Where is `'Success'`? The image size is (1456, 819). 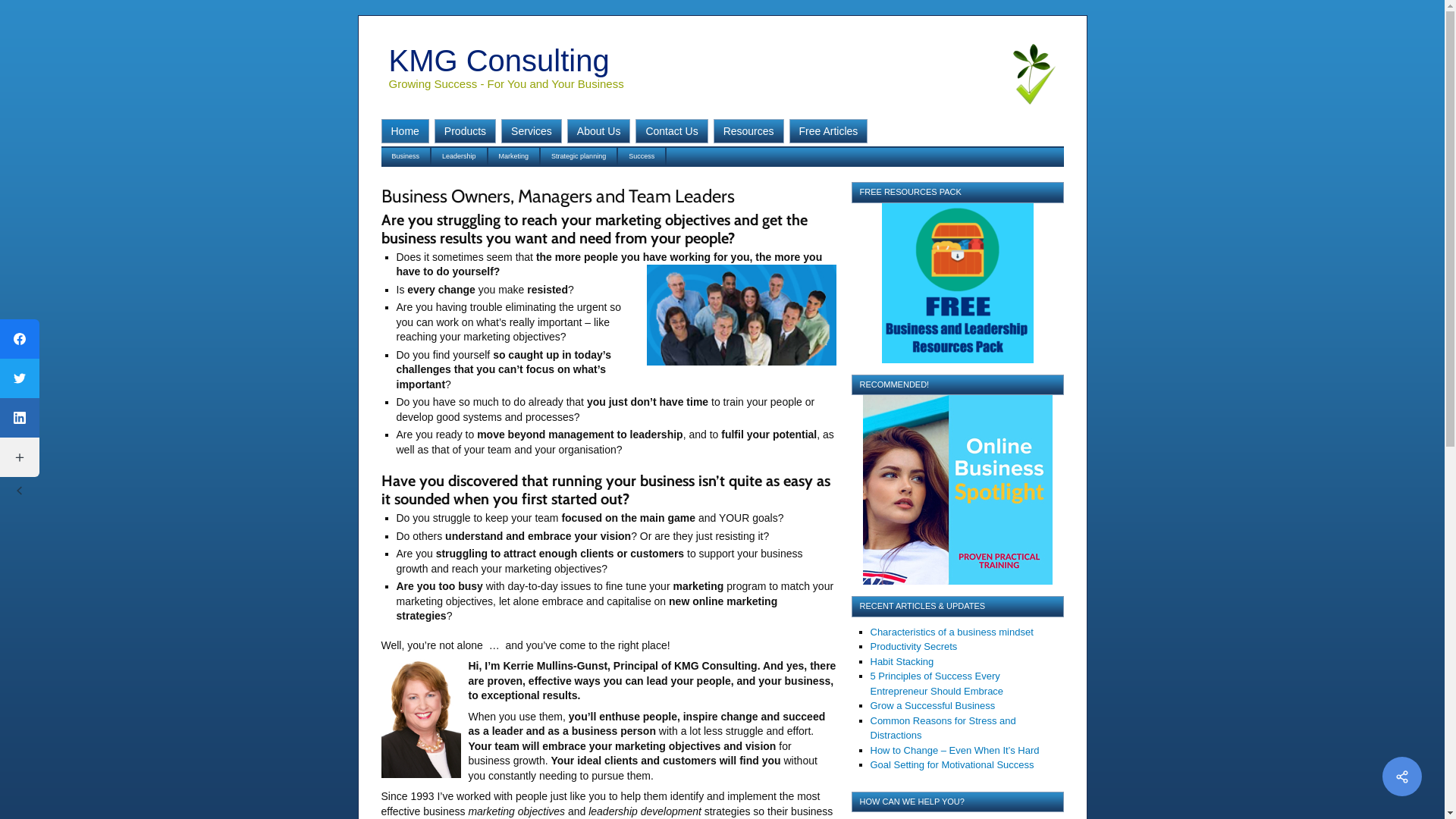 'Success' is located at coordinates (618, 156).